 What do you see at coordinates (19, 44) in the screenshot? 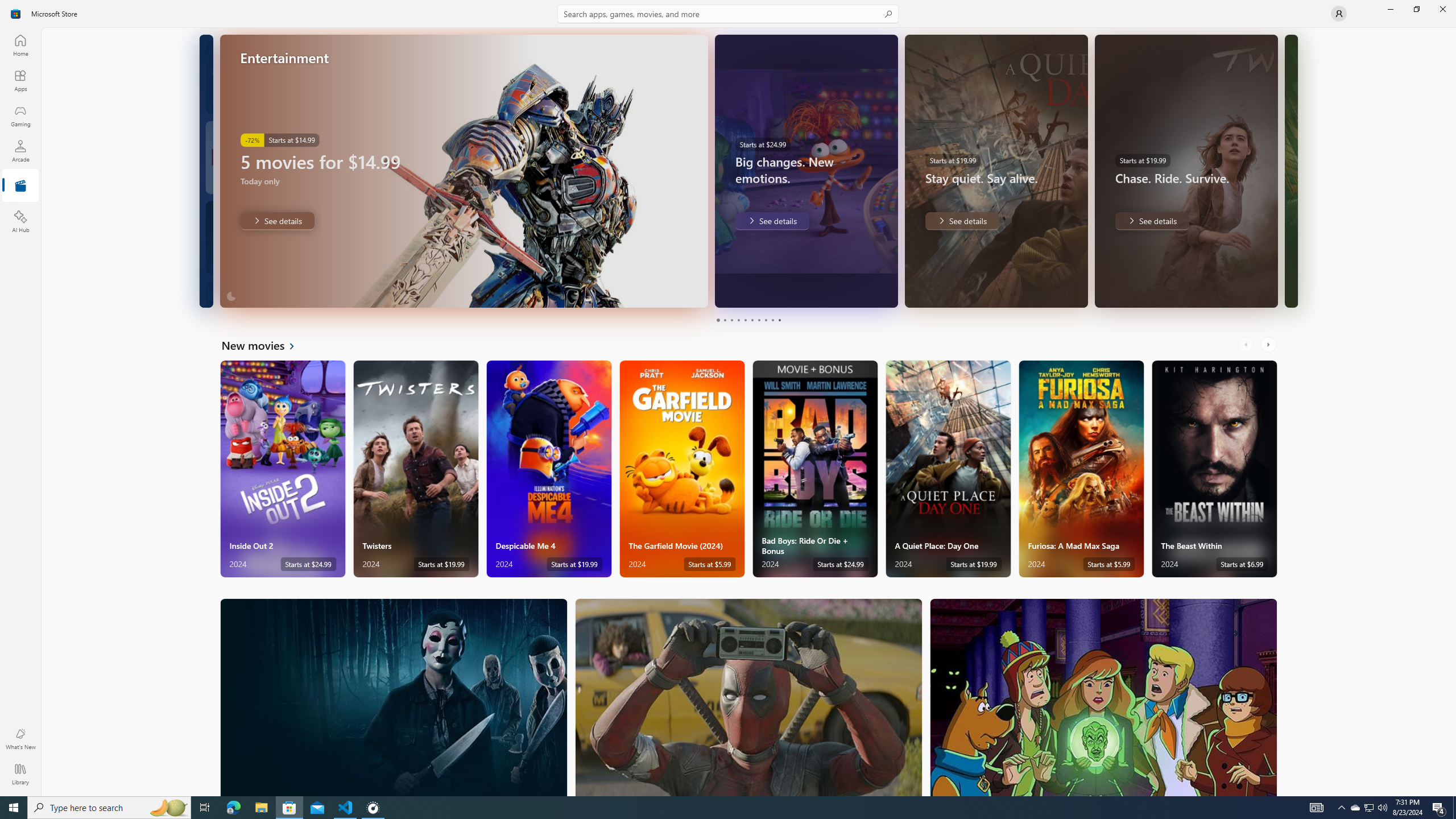
I see `'Home'` at bounding box center [19, 44].